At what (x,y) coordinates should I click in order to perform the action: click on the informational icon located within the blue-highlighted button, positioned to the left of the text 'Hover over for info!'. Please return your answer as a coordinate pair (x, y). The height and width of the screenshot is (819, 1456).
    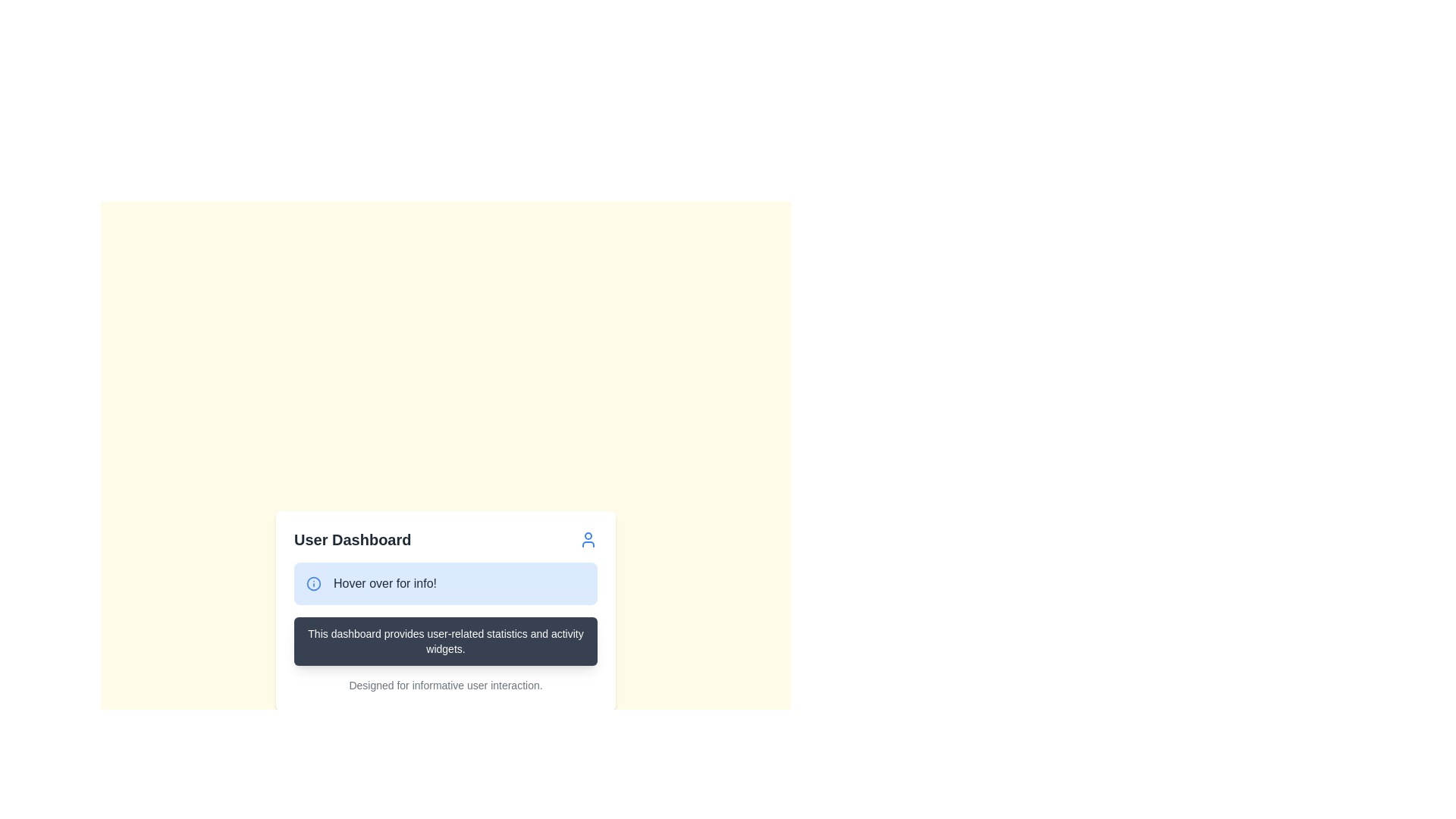
    Looking at the image, I should click on (312, 583).